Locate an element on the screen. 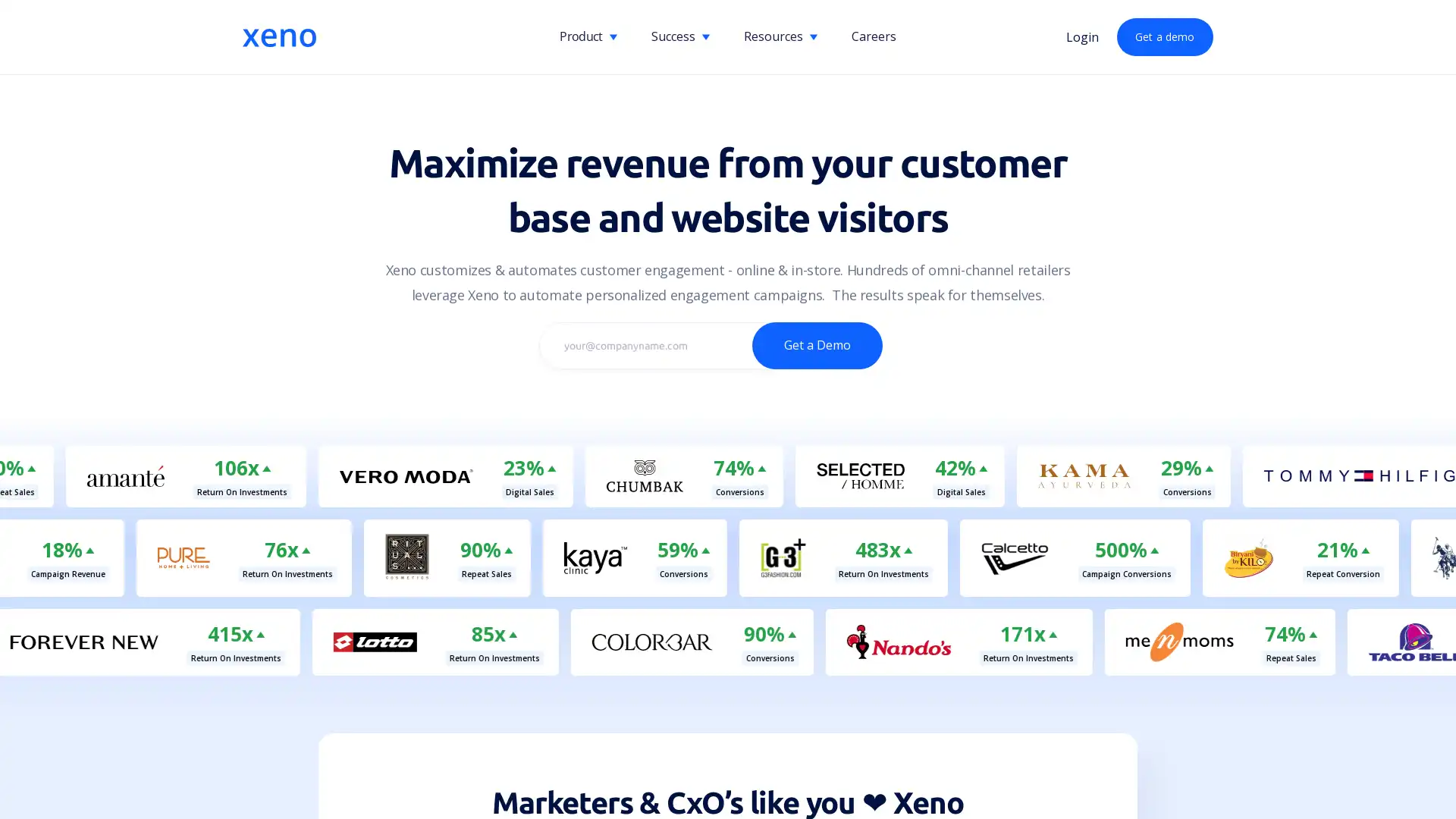 Image resolution: width=1456 pixels, height=819 pixels. Get a Demo is located at coordinates (817, 345).